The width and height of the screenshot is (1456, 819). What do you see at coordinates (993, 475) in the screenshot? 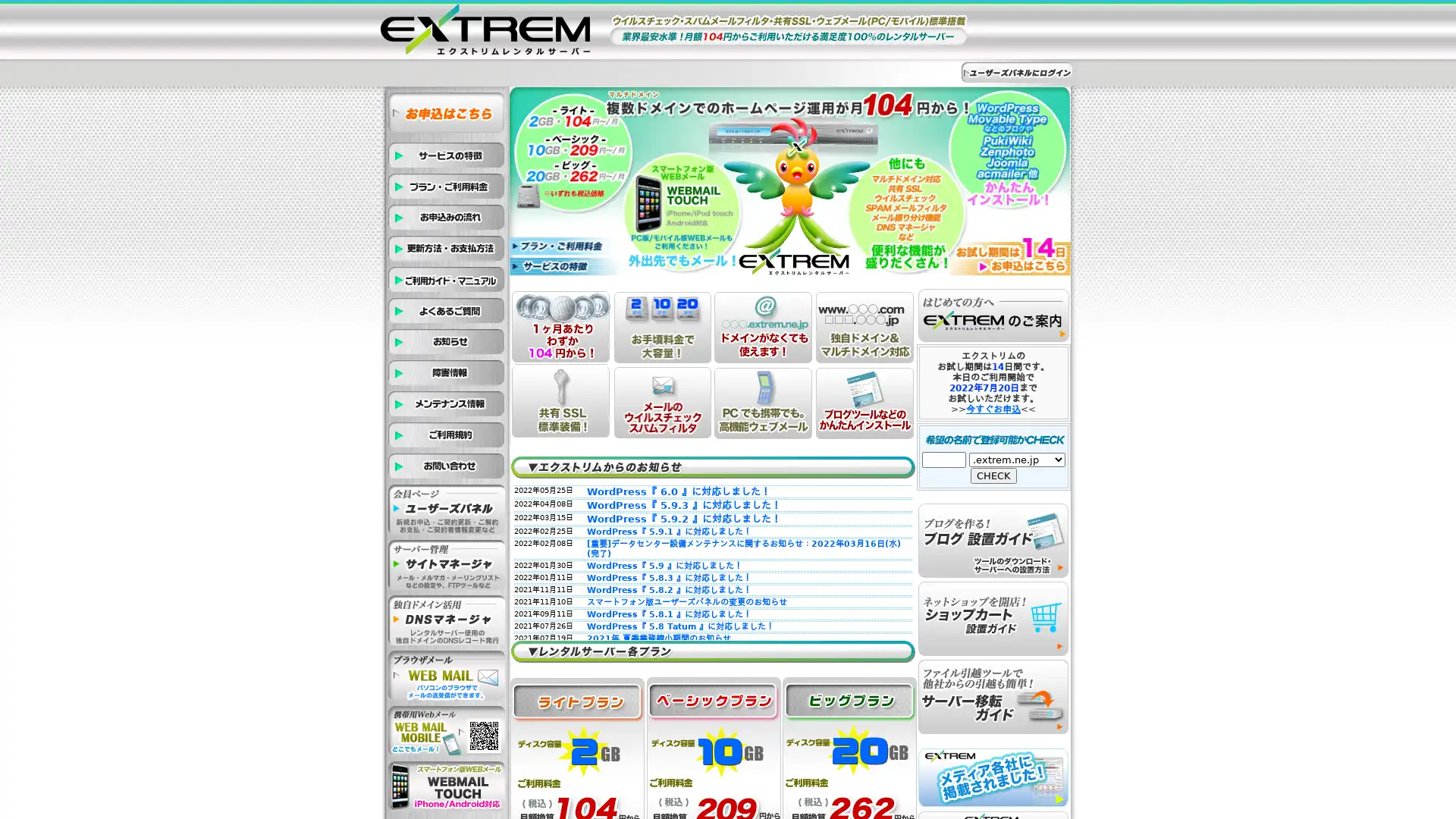
I see `CHECK` at bounding box center [993, 475].